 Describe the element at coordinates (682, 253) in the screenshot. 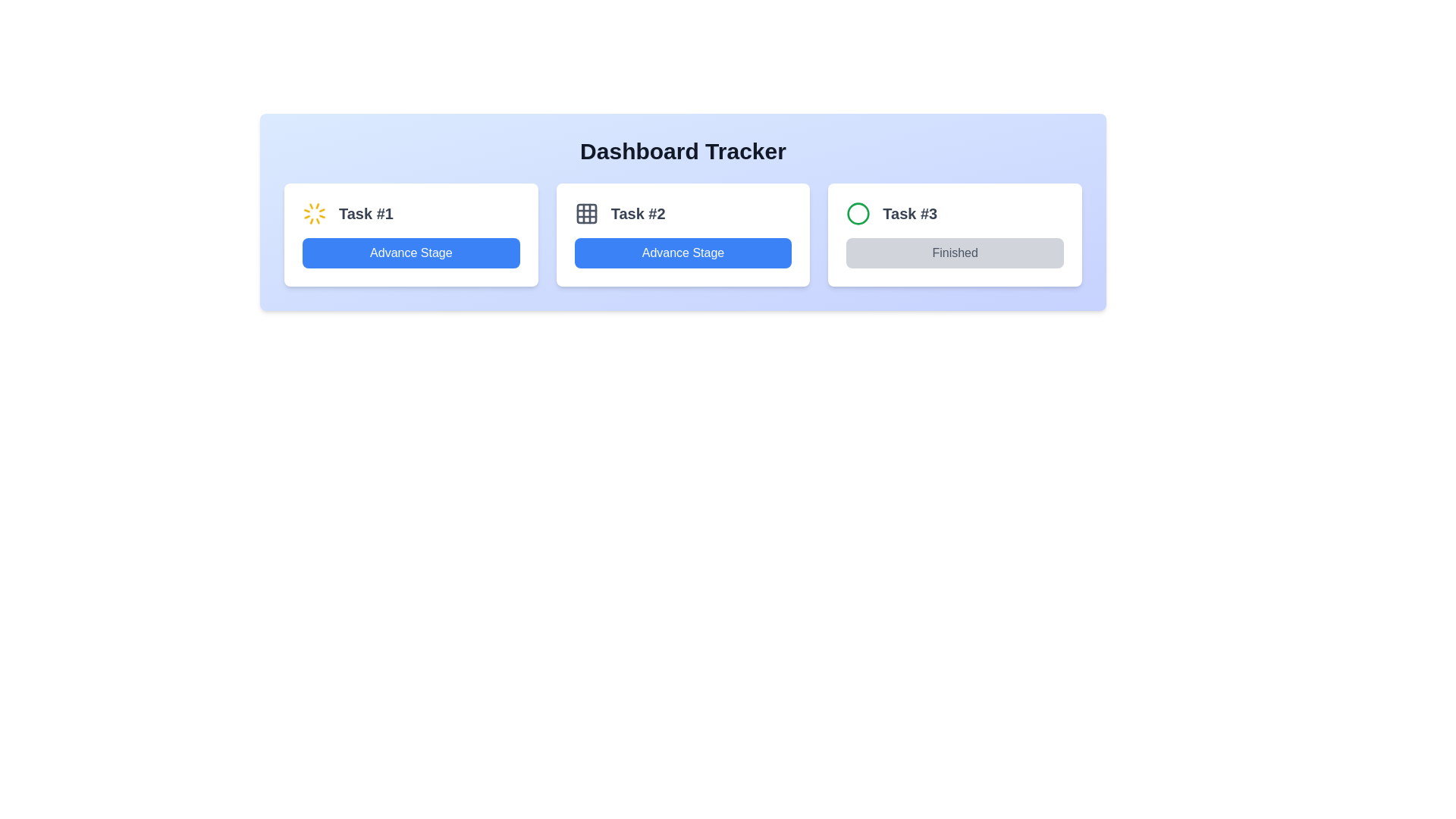

I see `the rectangular button with rounded corners that has a blue background and white text reading 'Advance Stage'` at that location.